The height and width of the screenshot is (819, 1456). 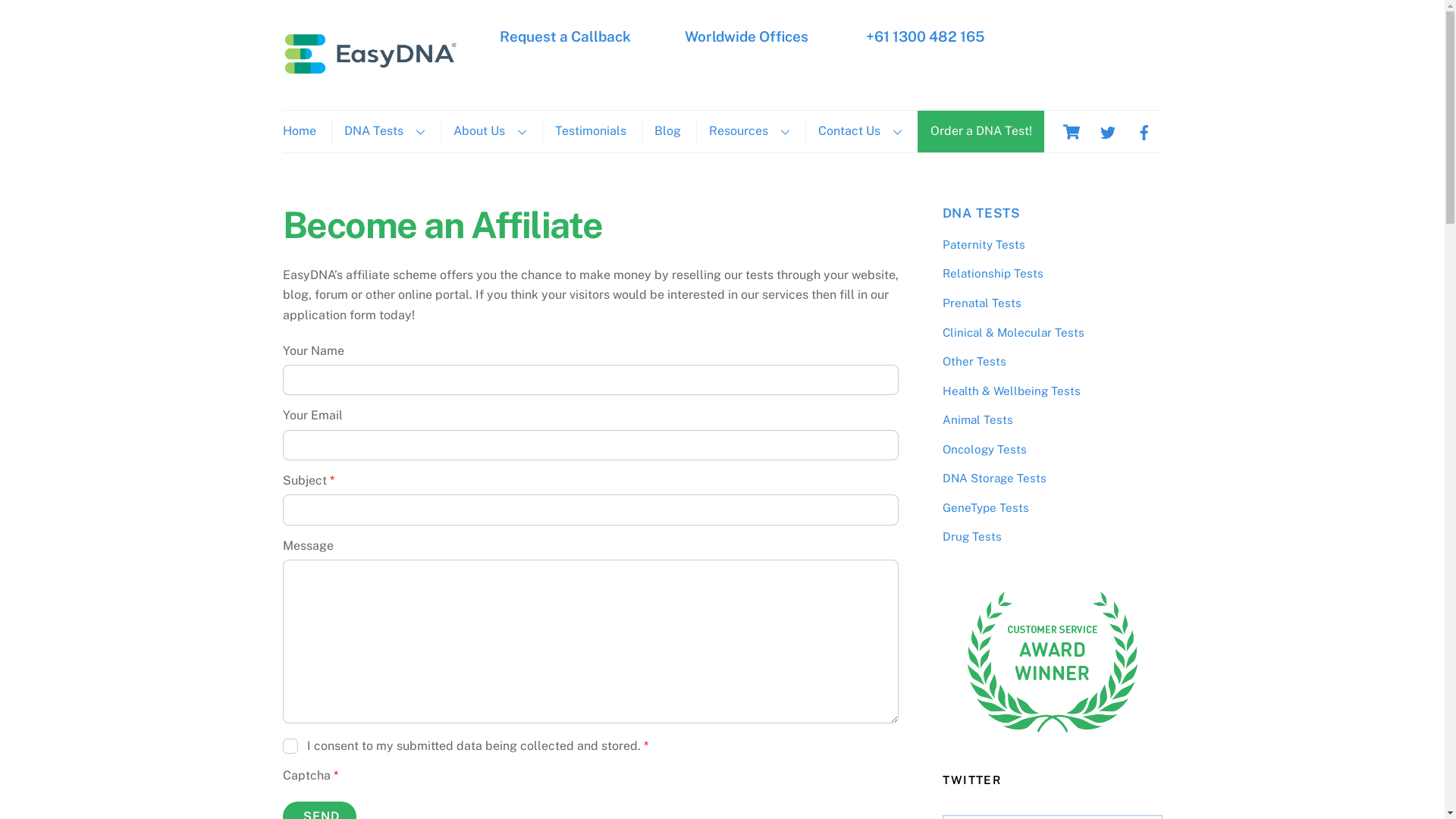 What do you see at coordinates (695, 130) in the screenshot?
I see `'Resources'` at bounding box center [695, 130].